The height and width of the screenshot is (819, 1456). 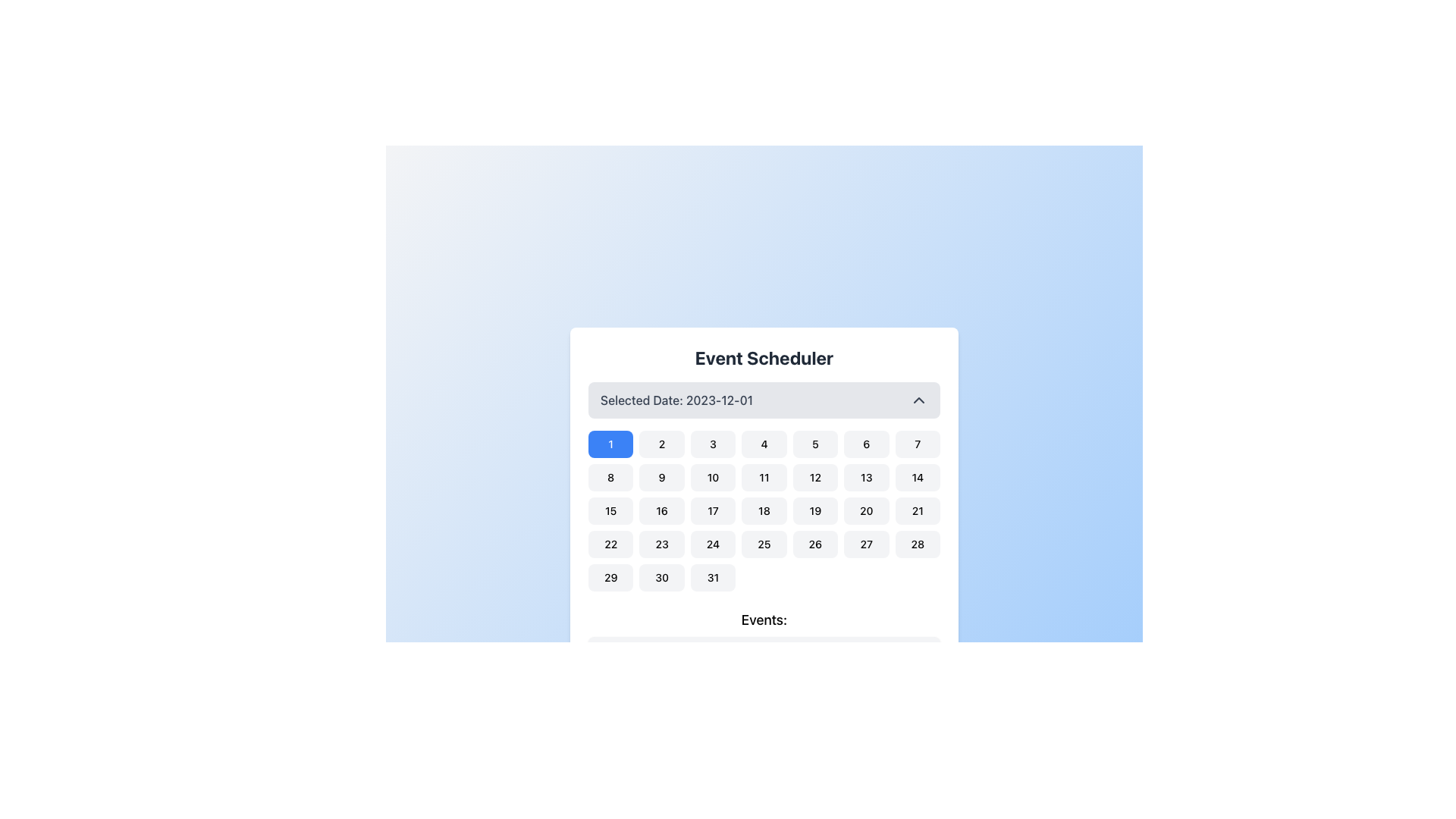 What do you see at coordinates (866, 444) in the screenshot?
I see `the button labeled '6' in the Event Scheduler calendar` at bounding box center [866, 444].